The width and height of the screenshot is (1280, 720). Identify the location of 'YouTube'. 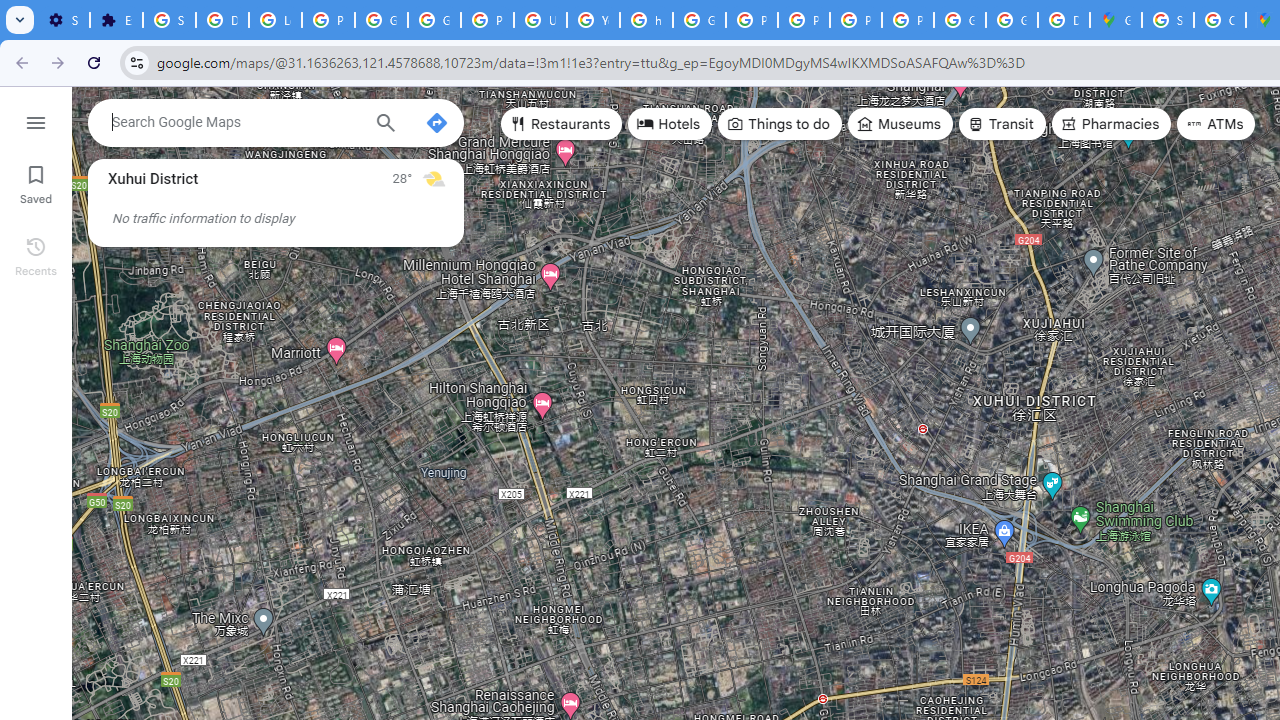
(592, 20).